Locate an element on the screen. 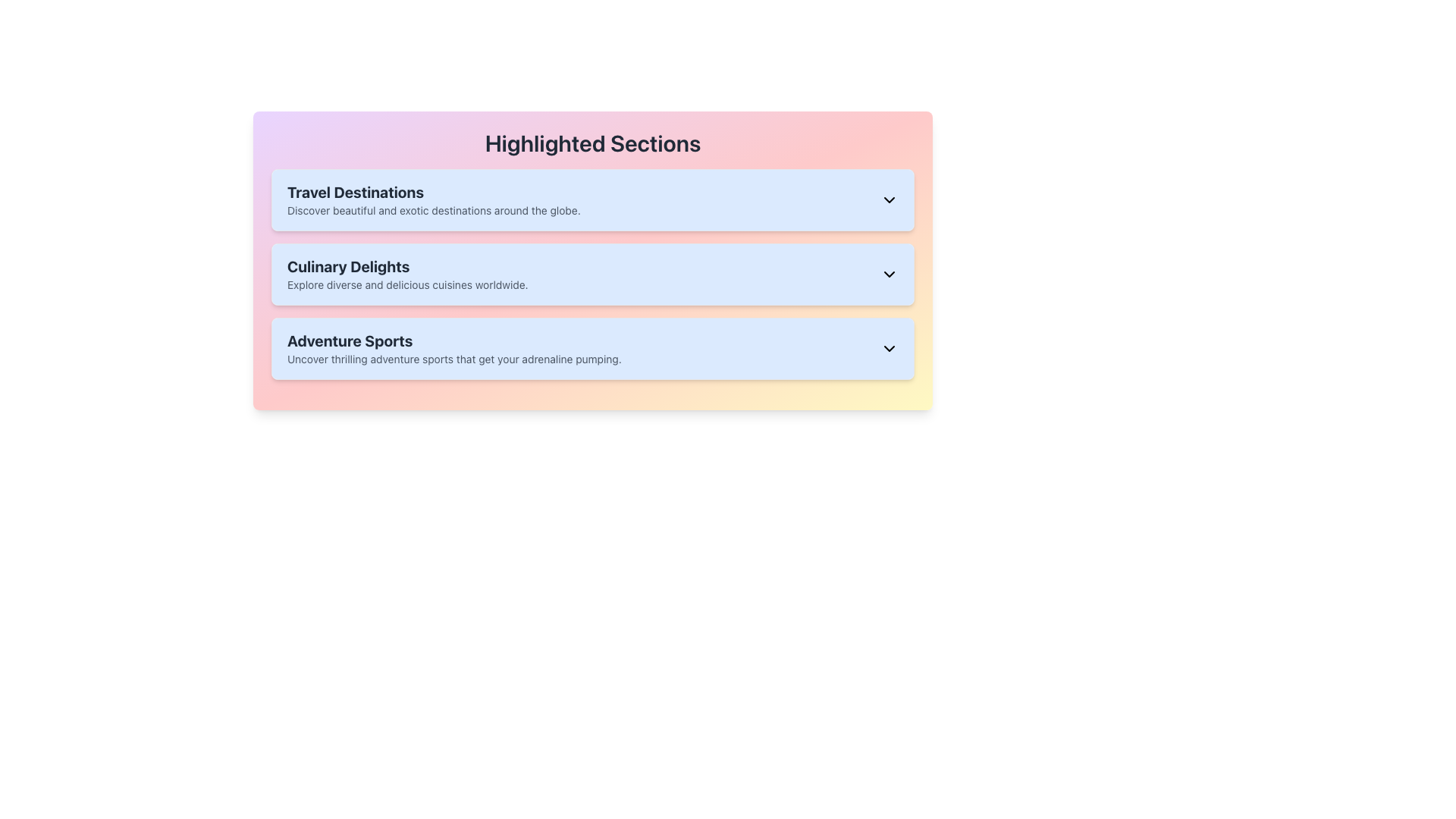  the description text element located below the title 'Adventure Sports' to provide context about the section's content is located at coordinates (453, 359).